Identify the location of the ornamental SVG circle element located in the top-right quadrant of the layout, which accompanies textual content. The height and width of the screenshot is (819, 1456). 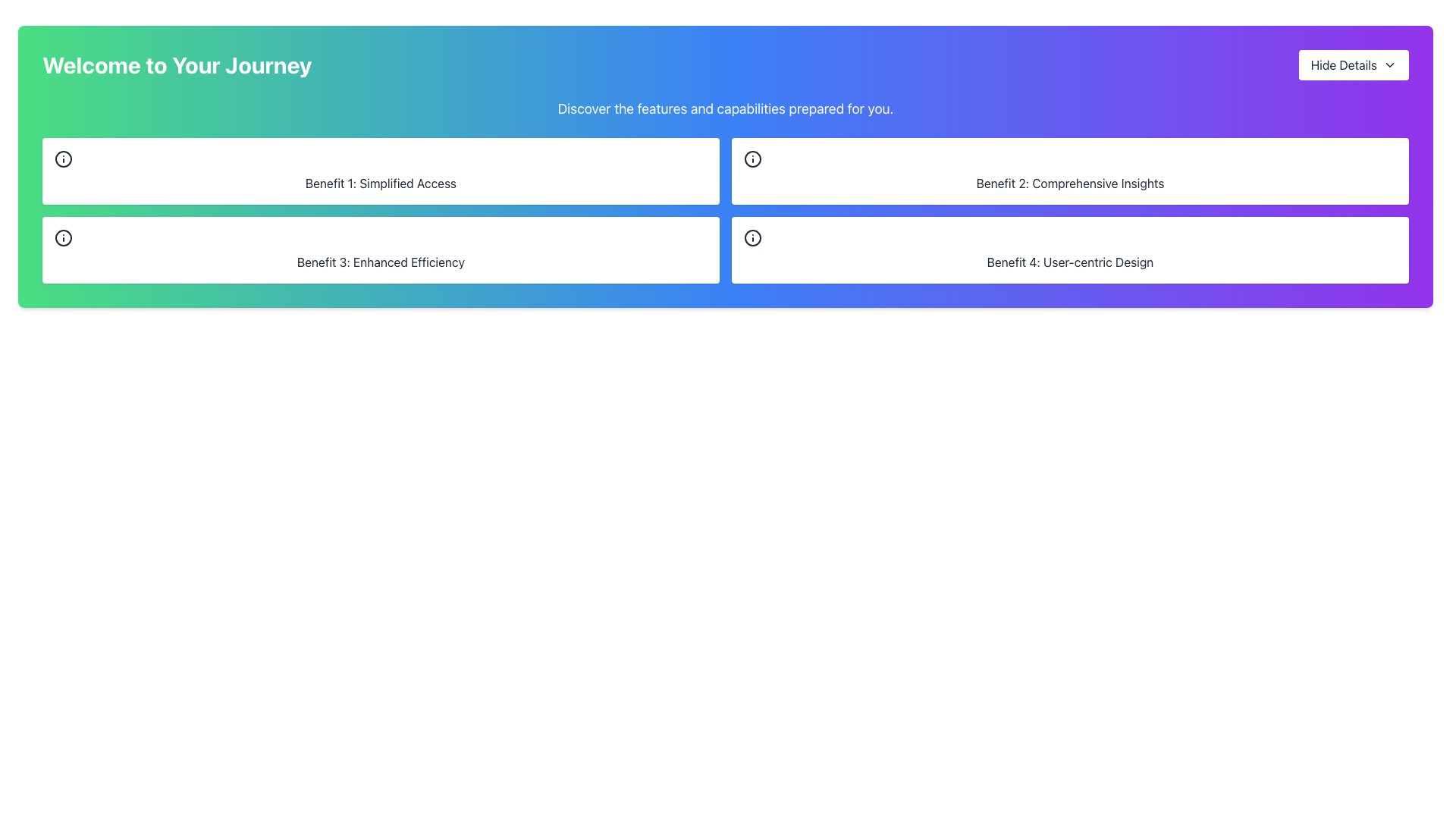
(753, 158).